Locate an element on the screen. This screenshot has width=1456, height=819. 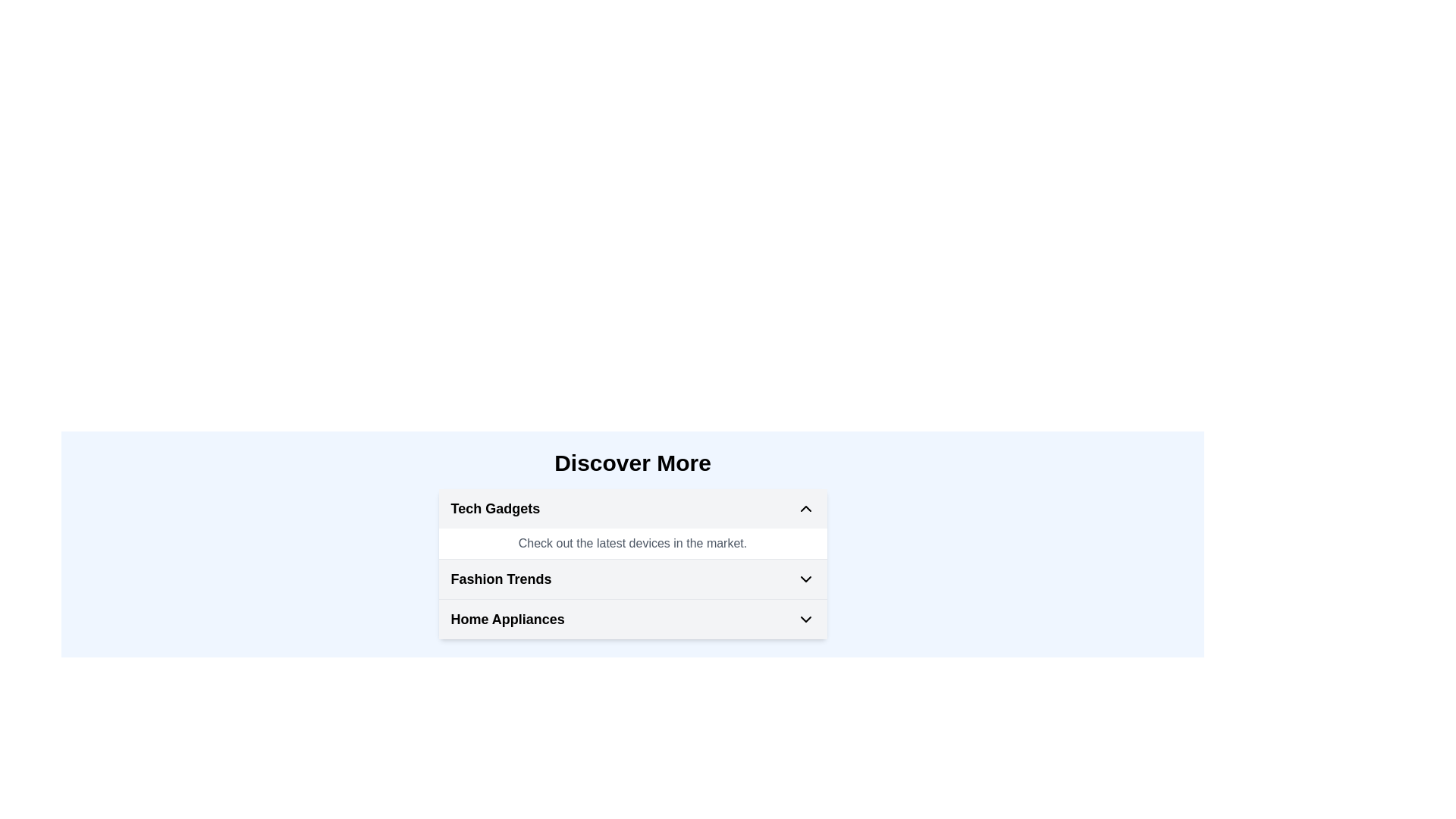
text label that displays 'Check out the latest devices in the market.' located below the 'Tech Gadgets' header is located at coordinates (632, 543).